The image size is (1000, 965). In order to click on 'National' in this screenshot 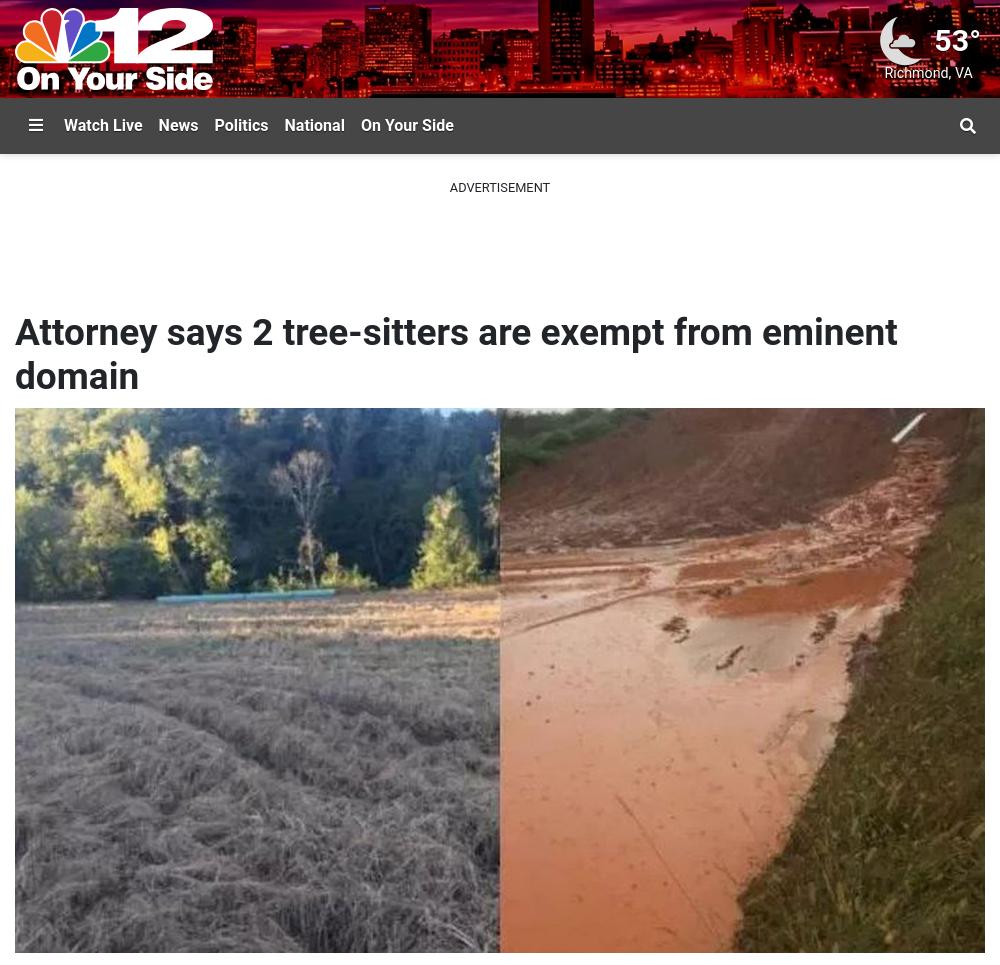, I will do `click(313, 124)`.